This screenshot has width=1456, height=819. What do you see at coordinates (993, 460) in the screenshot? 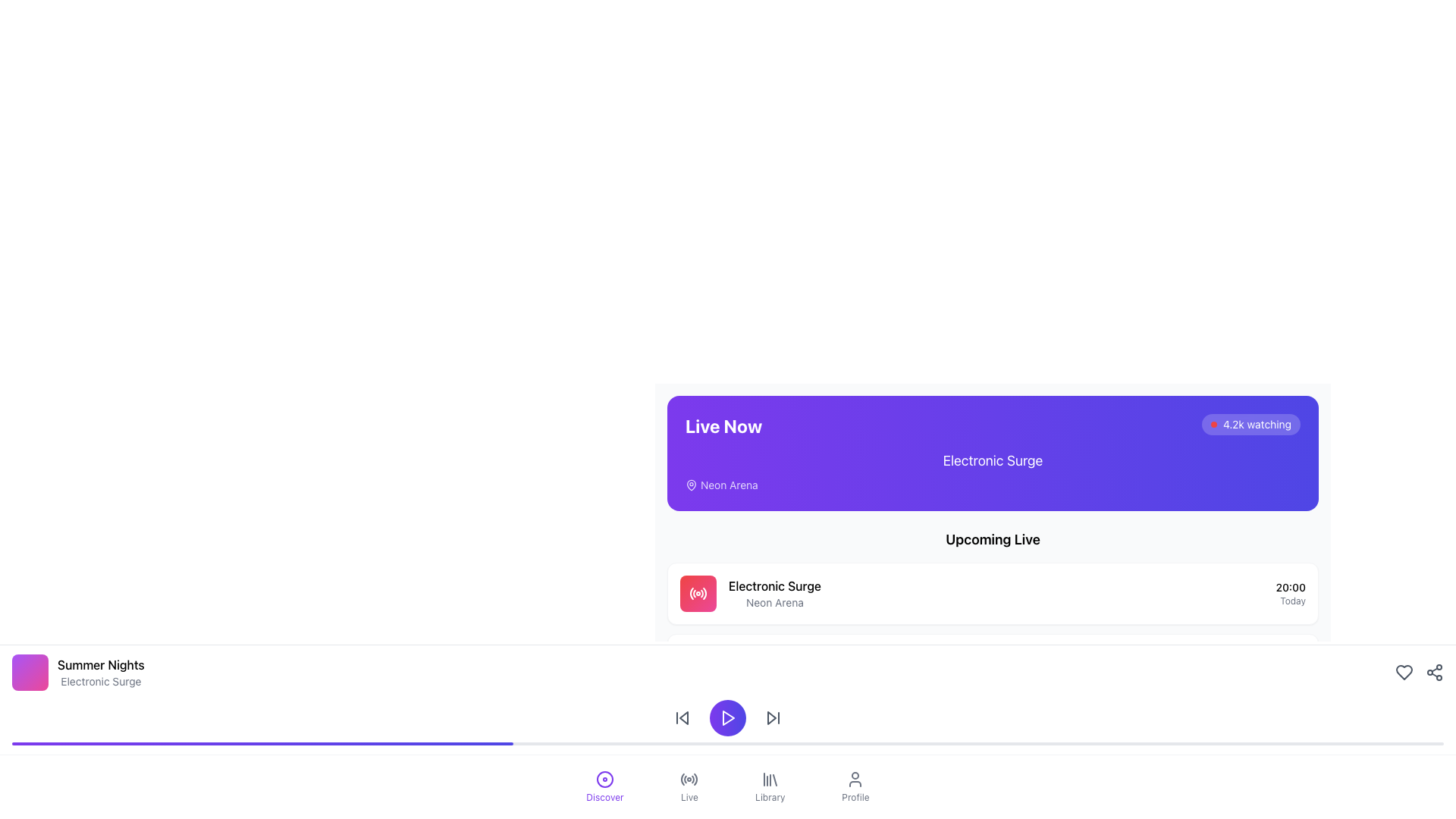
I see `the text label displaying 'Electronic Surge' which is prominently styled against a vibrant purple background, located at the top center of the 'Live Now' section` at bounding box center [993, 460].